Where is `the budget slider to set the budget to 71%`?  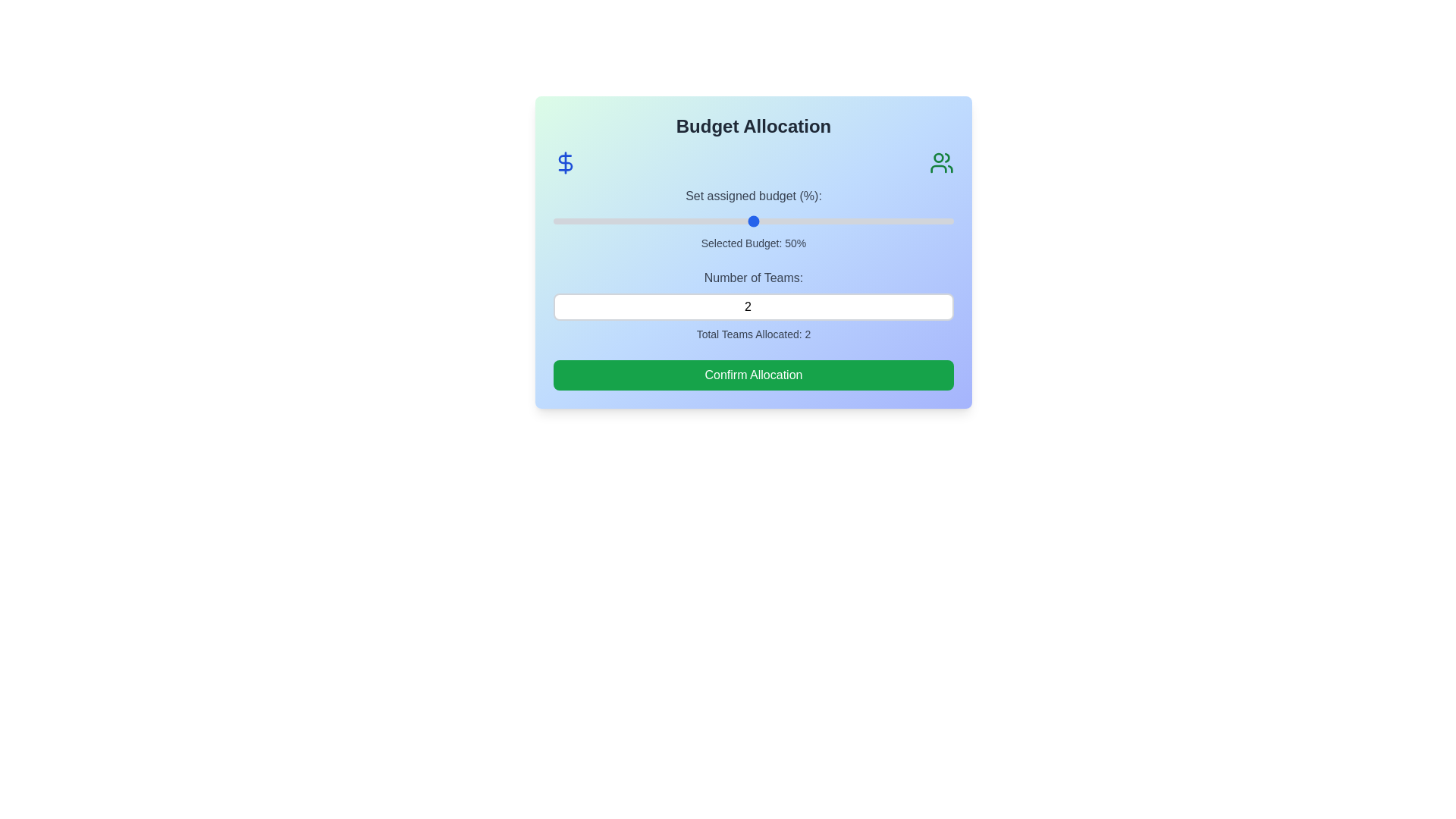 the budget slider to set the budget to 71% is located at coordinates (836, 221).